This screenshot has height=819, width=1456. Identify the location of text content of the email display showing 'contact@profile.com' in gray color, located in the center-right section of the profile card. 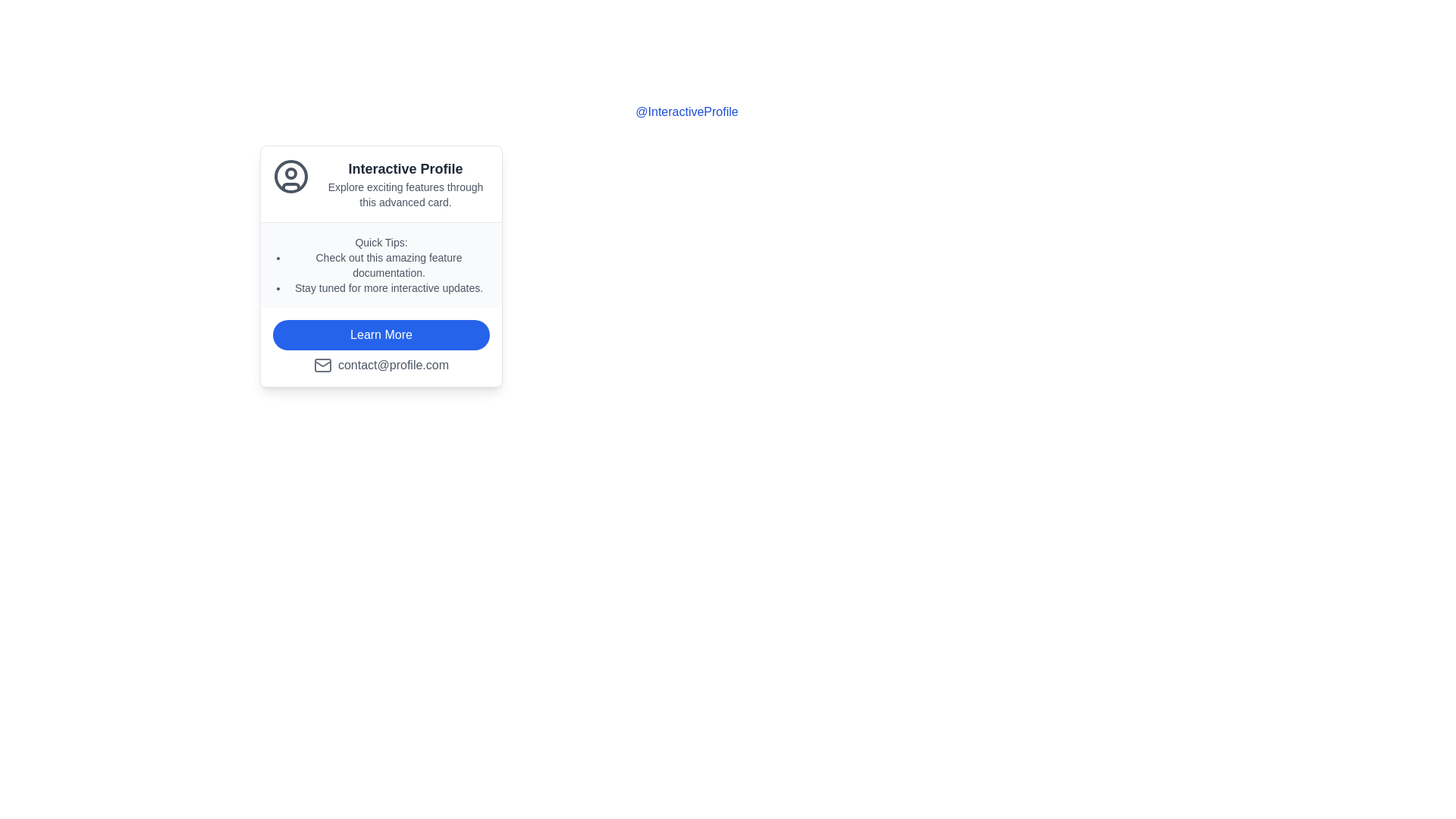
(393, 366).